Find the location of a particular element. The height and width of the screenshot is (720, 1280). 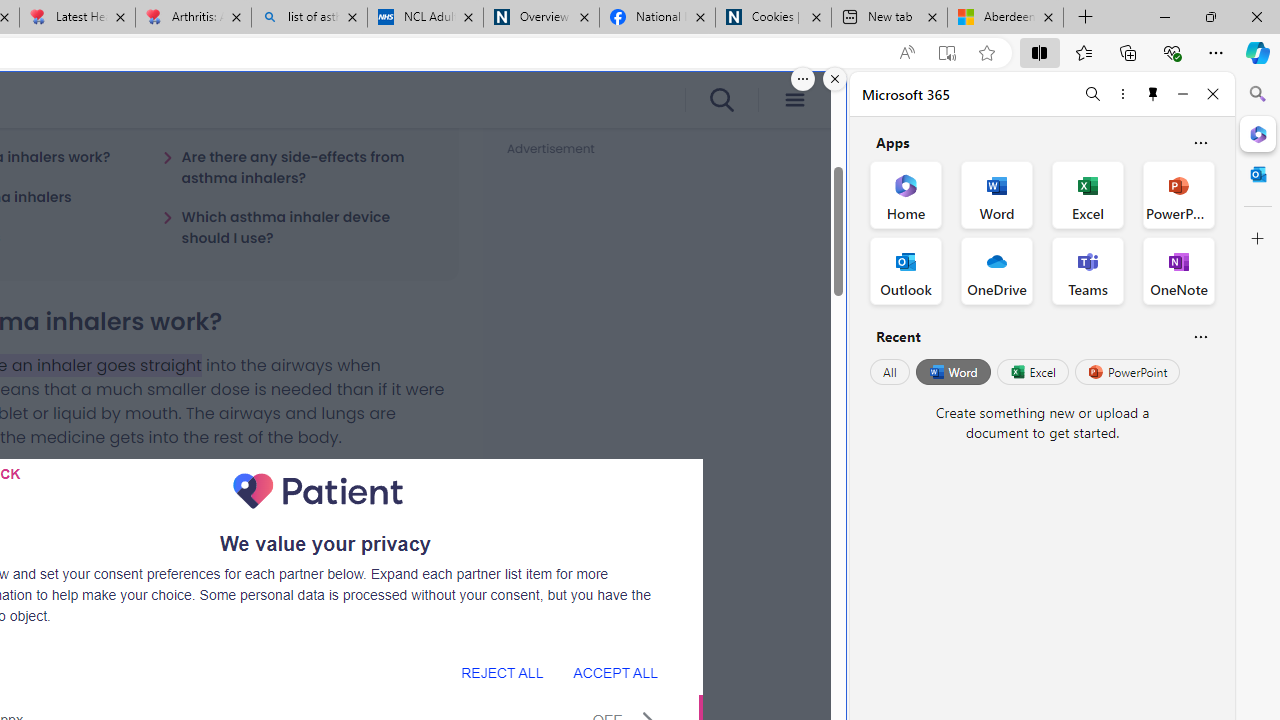

'Enter Immersive Reader (F9)' is located at coordinates (945, 52).